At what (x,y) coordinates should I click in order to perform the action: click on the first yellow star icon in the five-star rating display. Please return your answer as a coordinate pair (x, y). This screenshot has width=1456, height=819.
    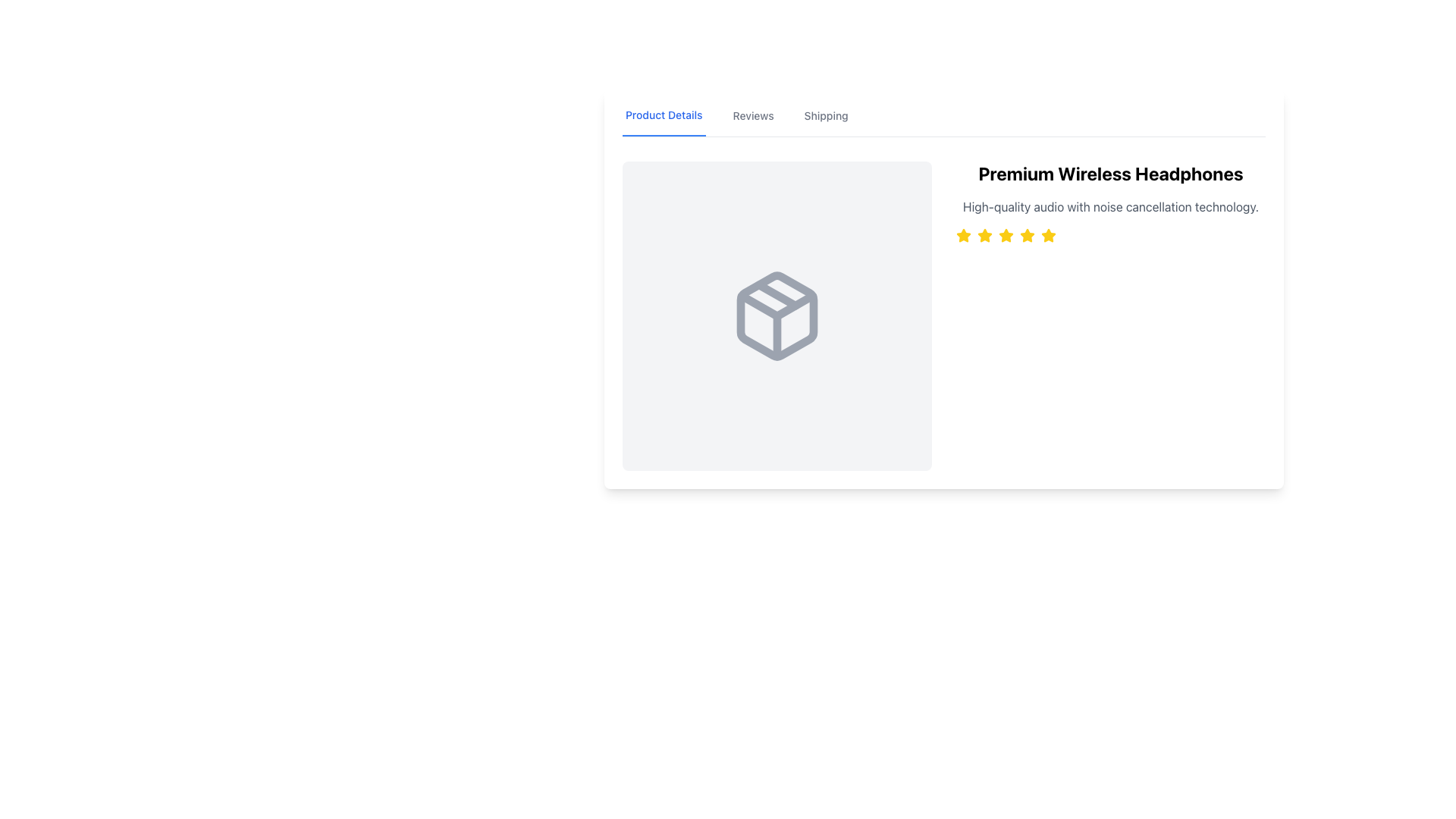
    Looking at the image, I should click on (963, 235).